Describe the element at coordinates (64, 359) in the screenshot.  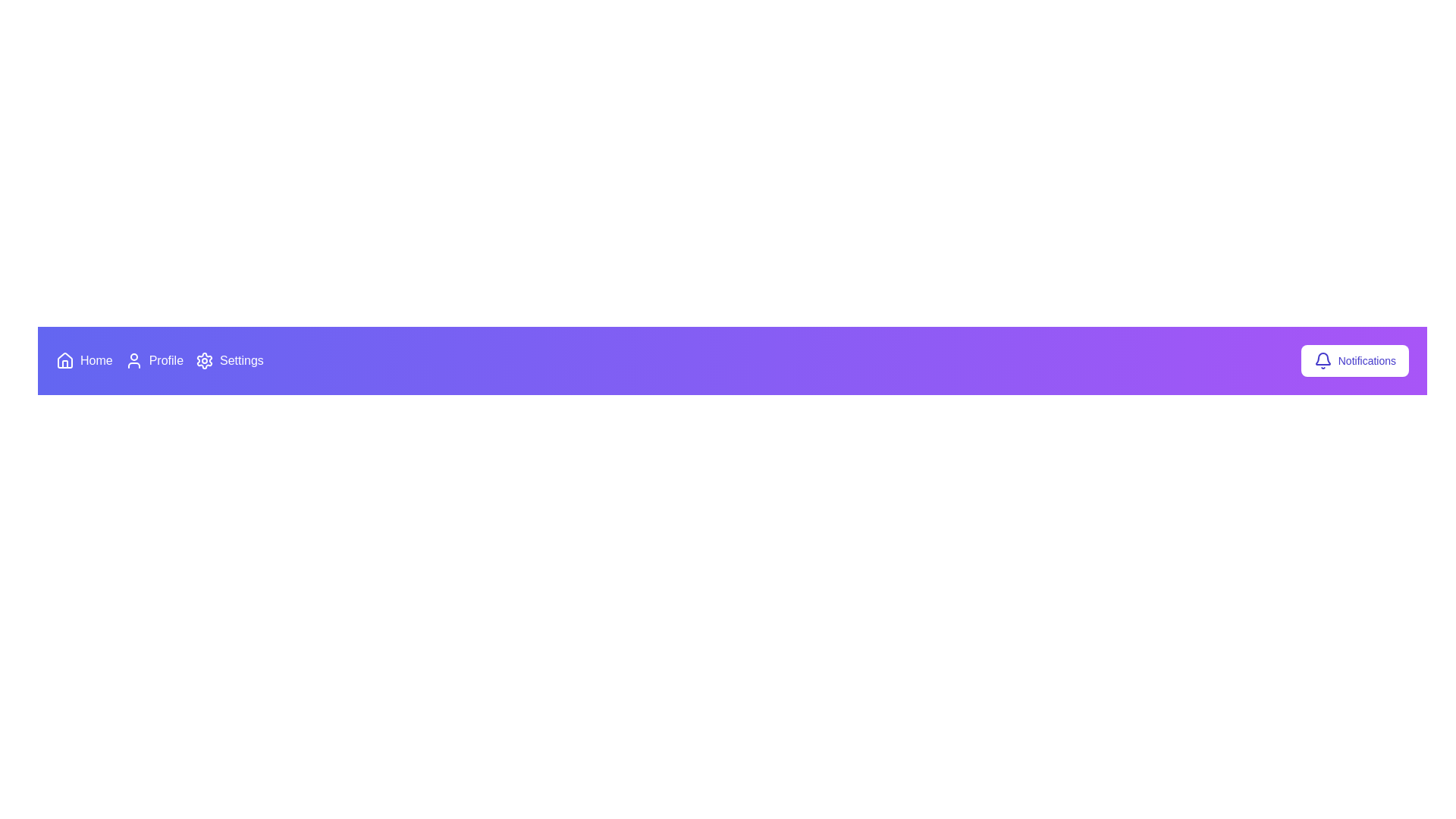
I see `the home button SVG icon located in the top navigation bar` at that location.